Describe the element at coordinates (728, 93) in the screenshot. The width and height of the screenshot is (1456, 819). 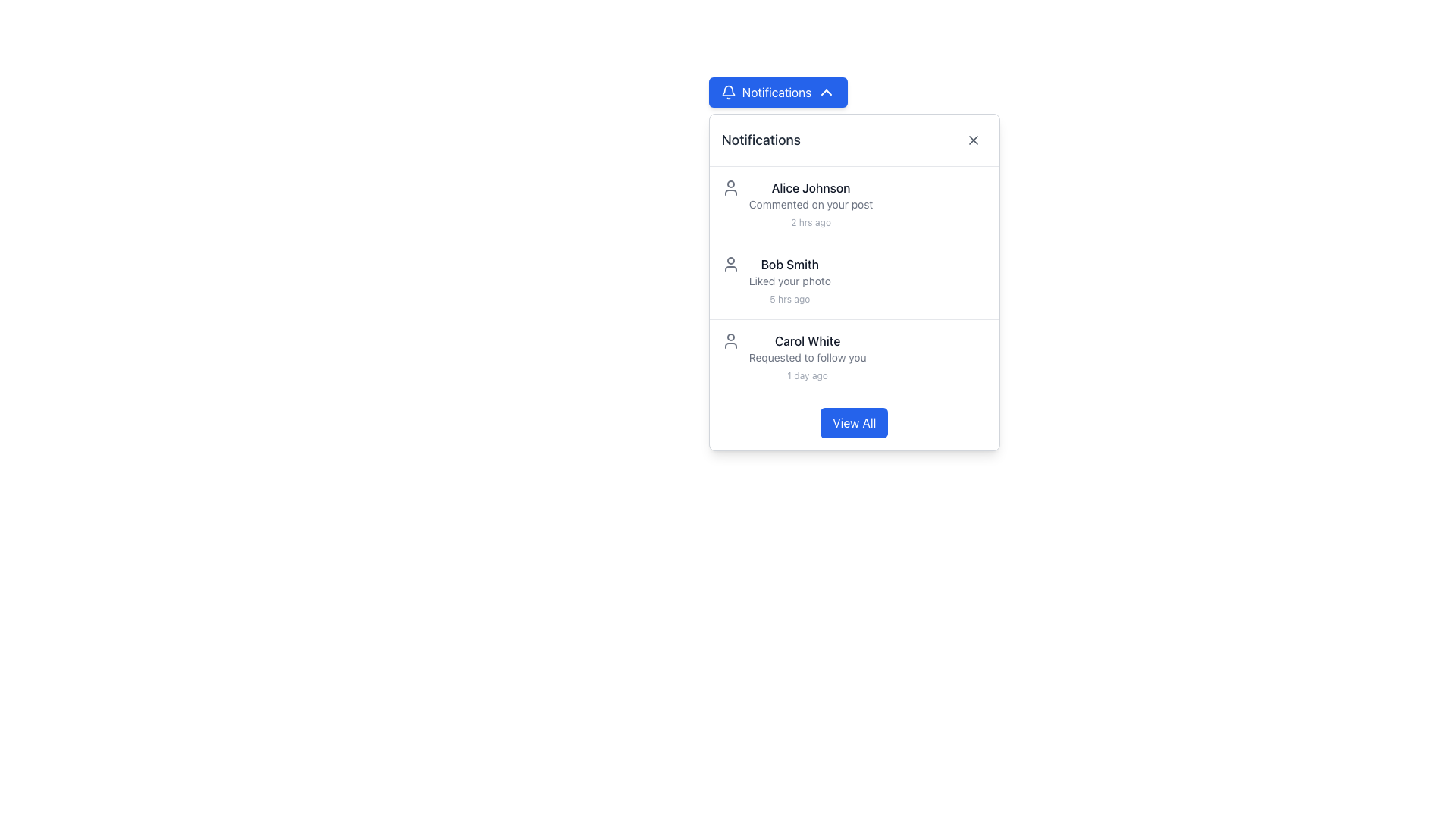
I see `the notifications icon, which is a bell icon with a thin outline on a blue background, located to the left of the word 'Notifications' in the upper blue button bar` at that location.